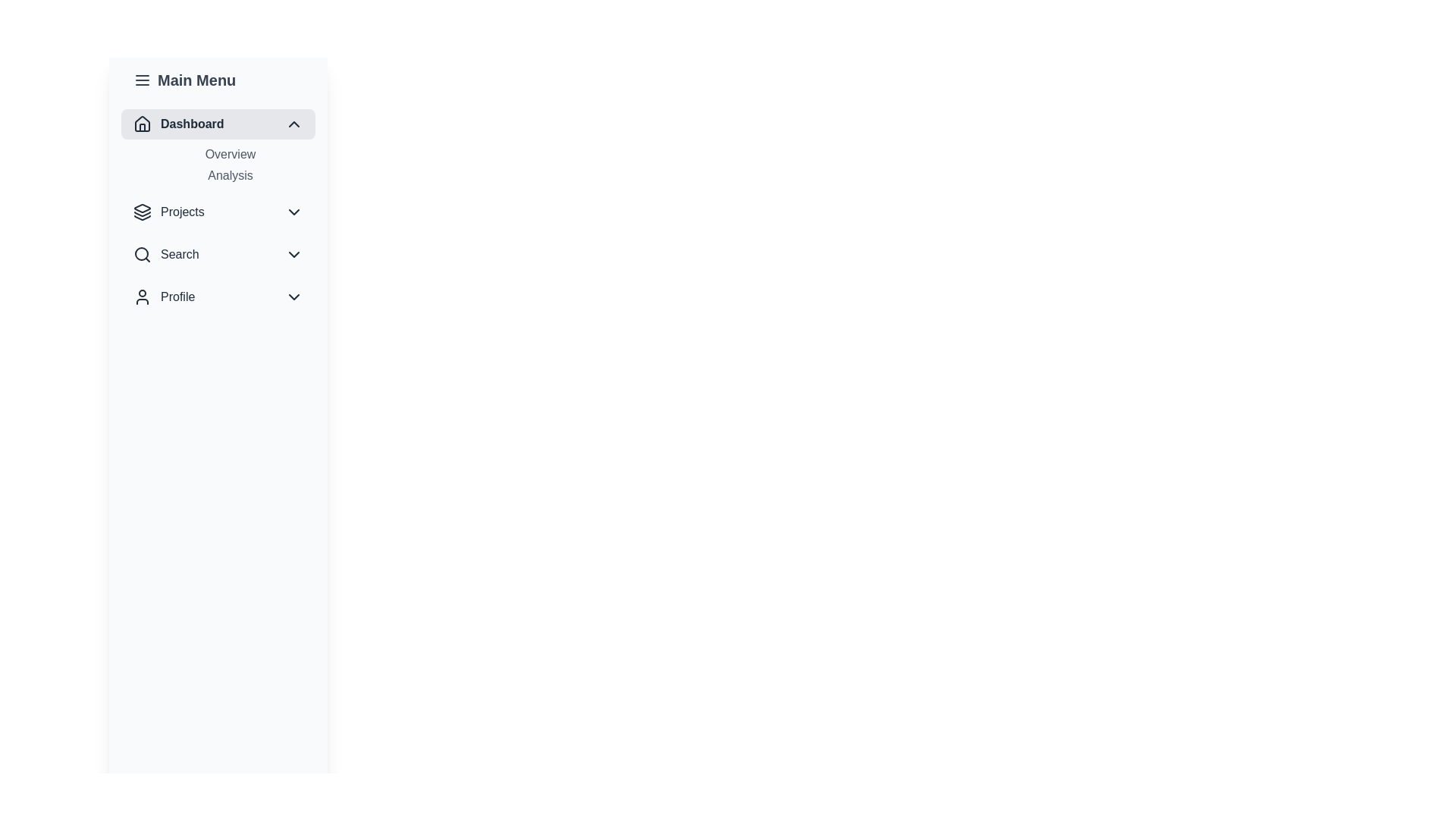 This screenshot has width=1456, height=819. What do you see at coordinates (164, 297) in the screenshot?
I see `the profile settings menu item located in the left-hand navigation menu, positioned below the 'Search' section and above the 'Profile' dropdown icon` at bounding box center [164, 297].